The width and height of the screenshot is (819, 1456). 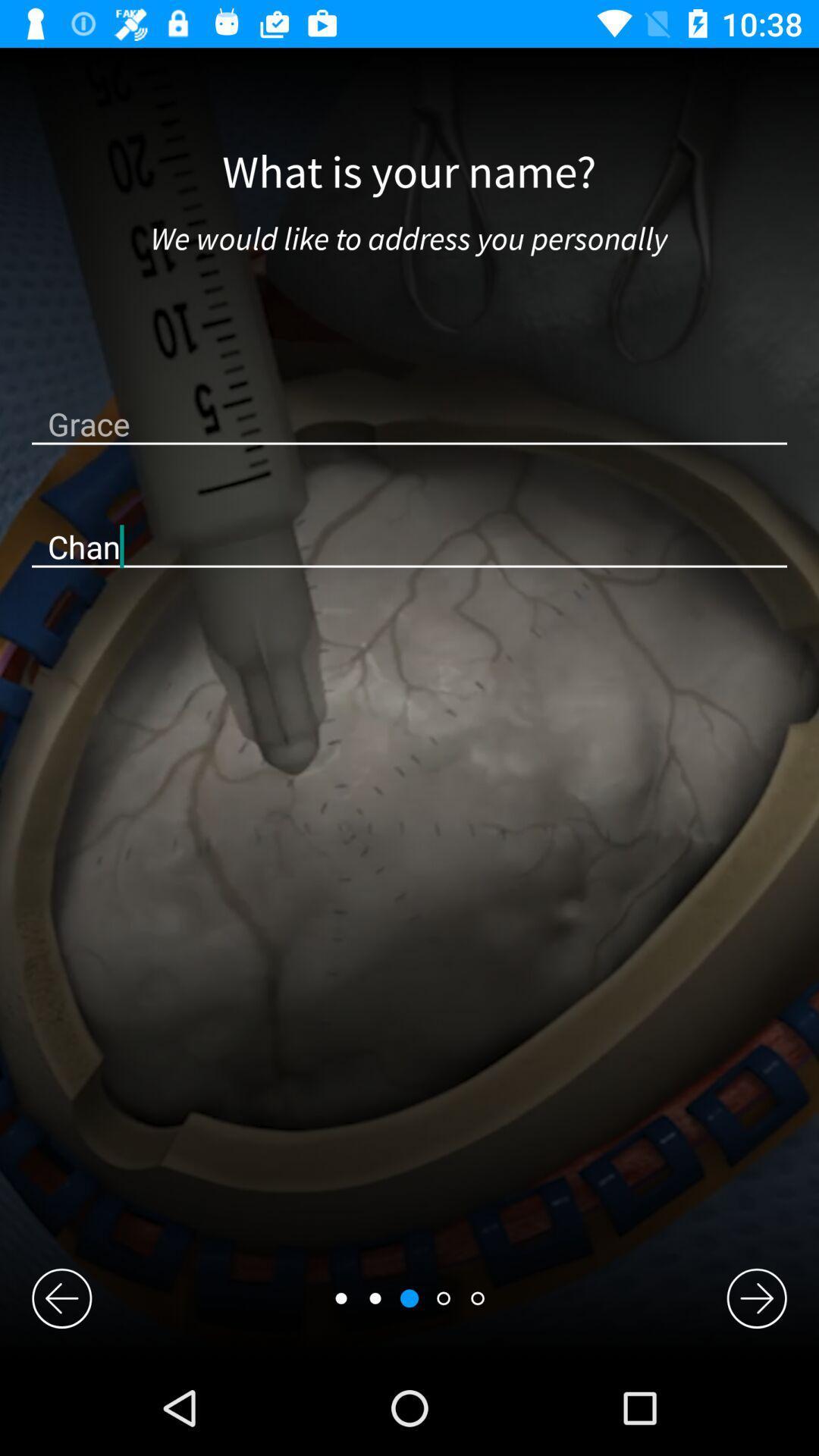 I want to click on chan icon, so click(x=409, y=546).